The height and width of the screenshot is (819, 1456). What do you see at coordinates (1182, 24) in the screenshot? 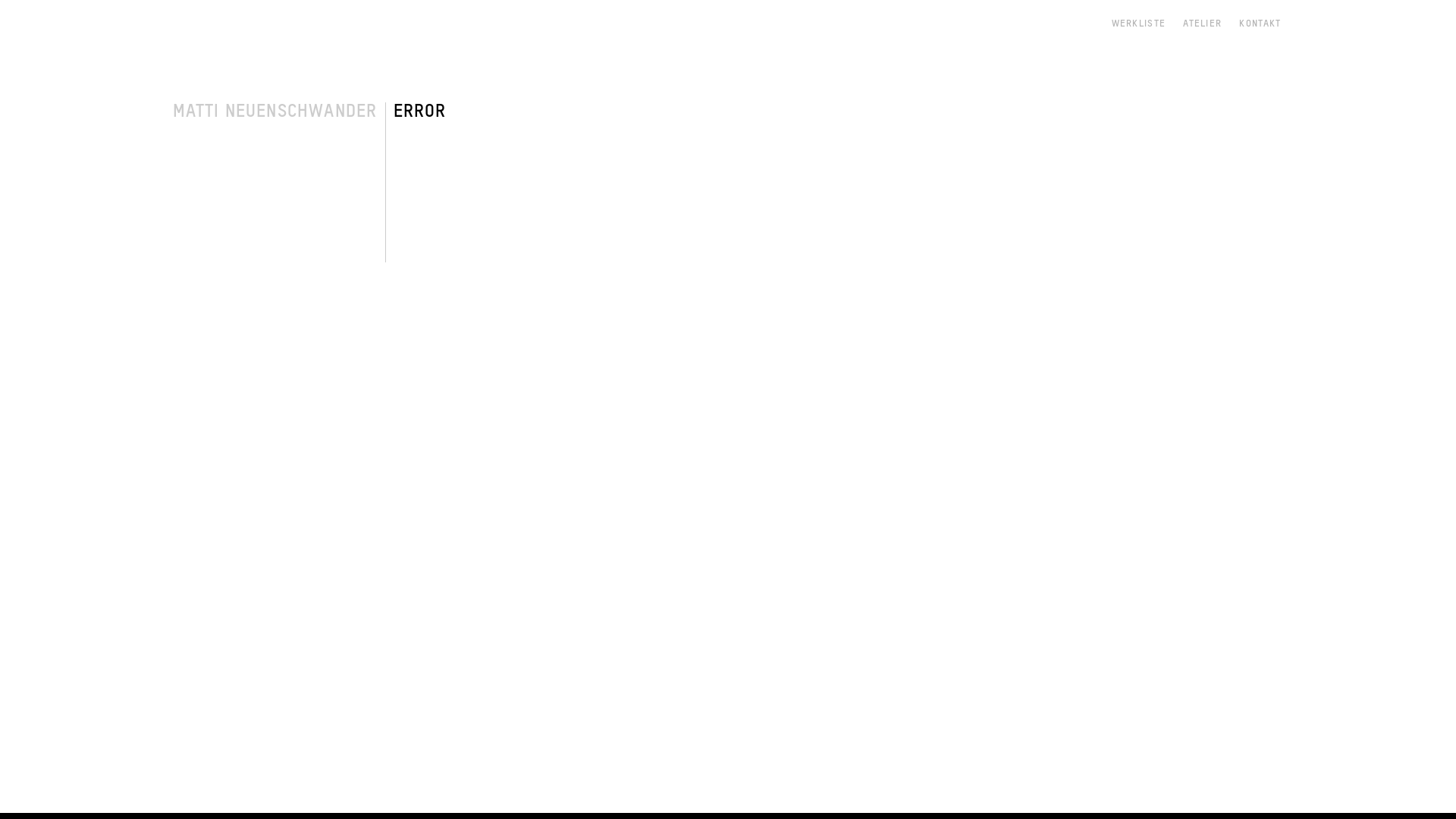
I see `'ATELIER'` at bounding box center [1182, 24].